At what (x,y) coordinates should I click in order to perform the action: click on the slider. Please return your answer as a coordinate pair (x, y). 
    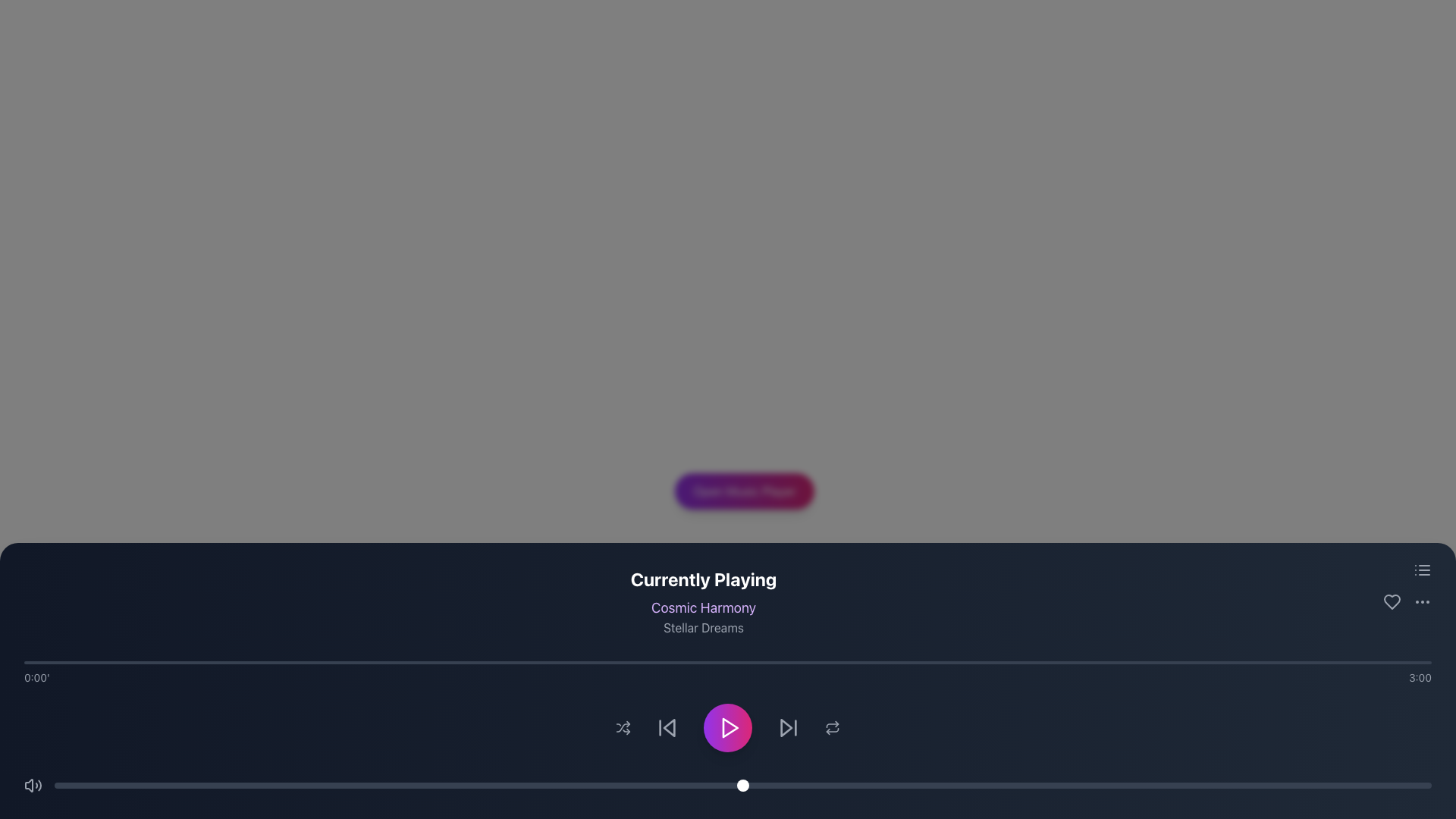
    Looking at the image, I should click on (1293, 785).